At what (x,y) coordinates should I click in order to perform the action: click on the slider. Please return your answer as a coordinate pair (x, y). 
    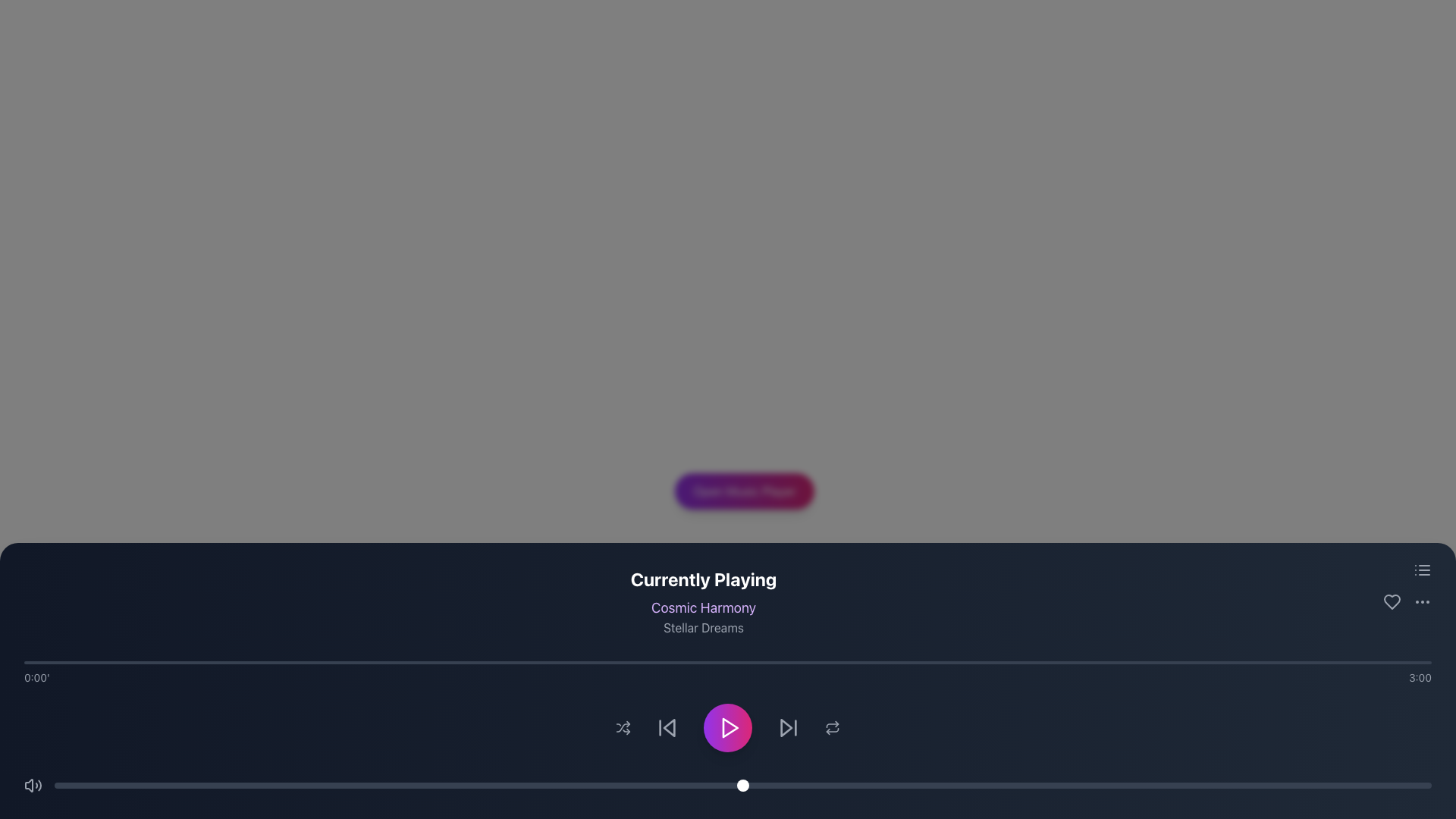
    Looking at the image, I should click on (1293, 785).